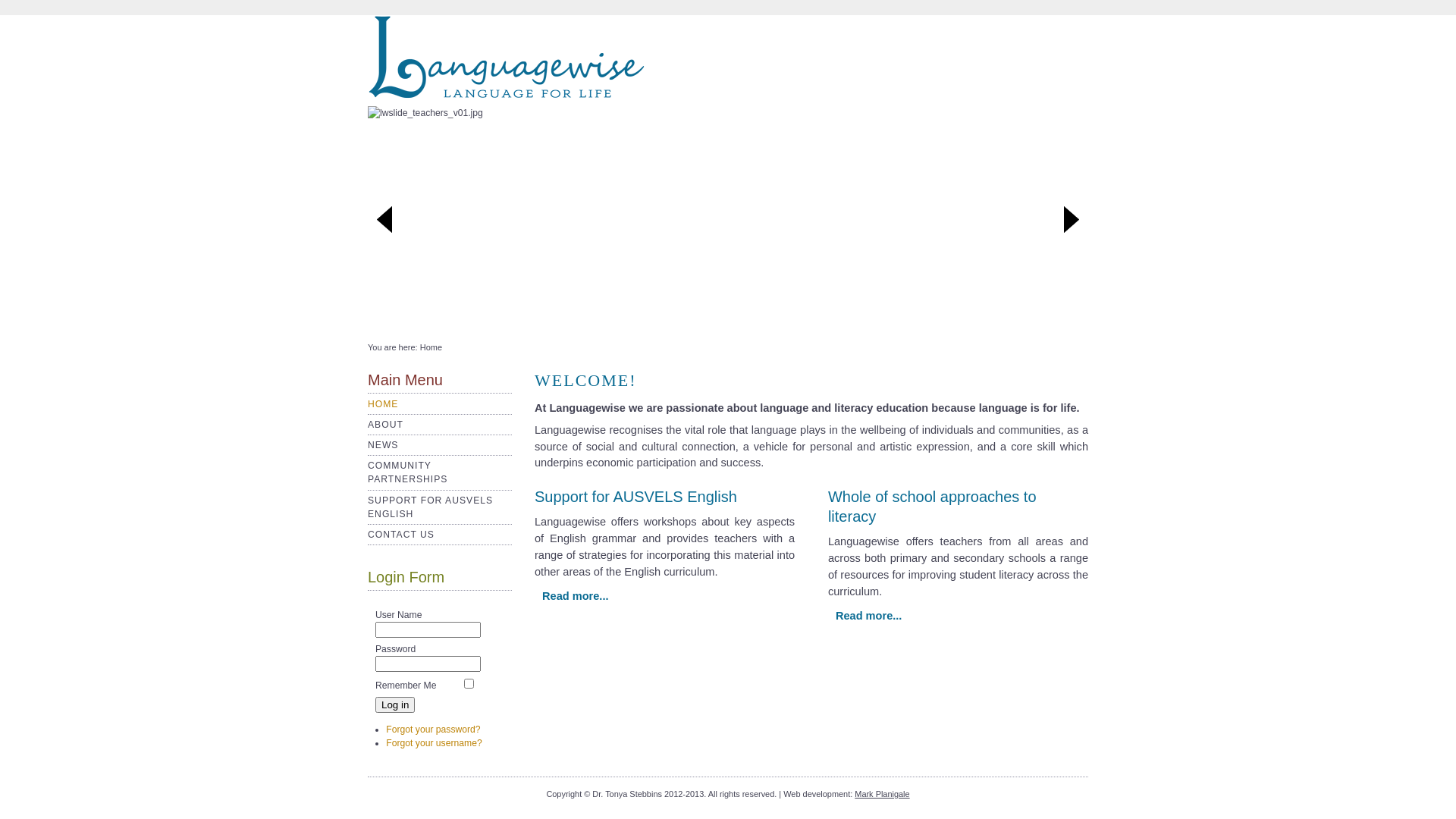 This screenshot has width=1456, height=819. What do you see at coordinates (367, 507) in the screenshot?
I see `'SUPPORT FOR AUSVELS ENGLISH'` at bounding box center [367, 507].